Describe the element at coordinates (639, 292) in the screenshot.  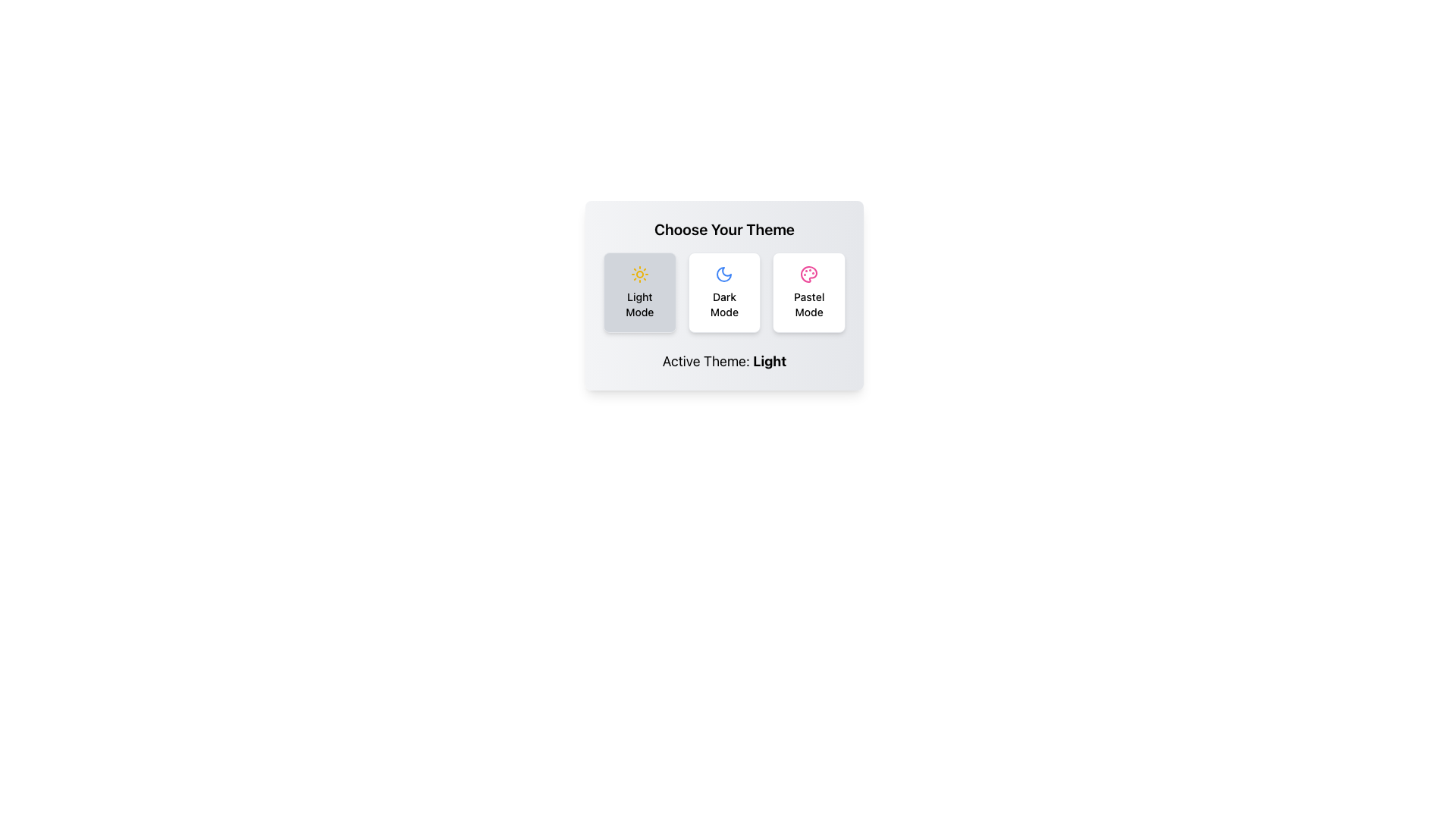
I see `the 'Light Mode' selectable card, which is the first card in a grid layout positioned below the heading 'Choose Your Theme'` at that location.